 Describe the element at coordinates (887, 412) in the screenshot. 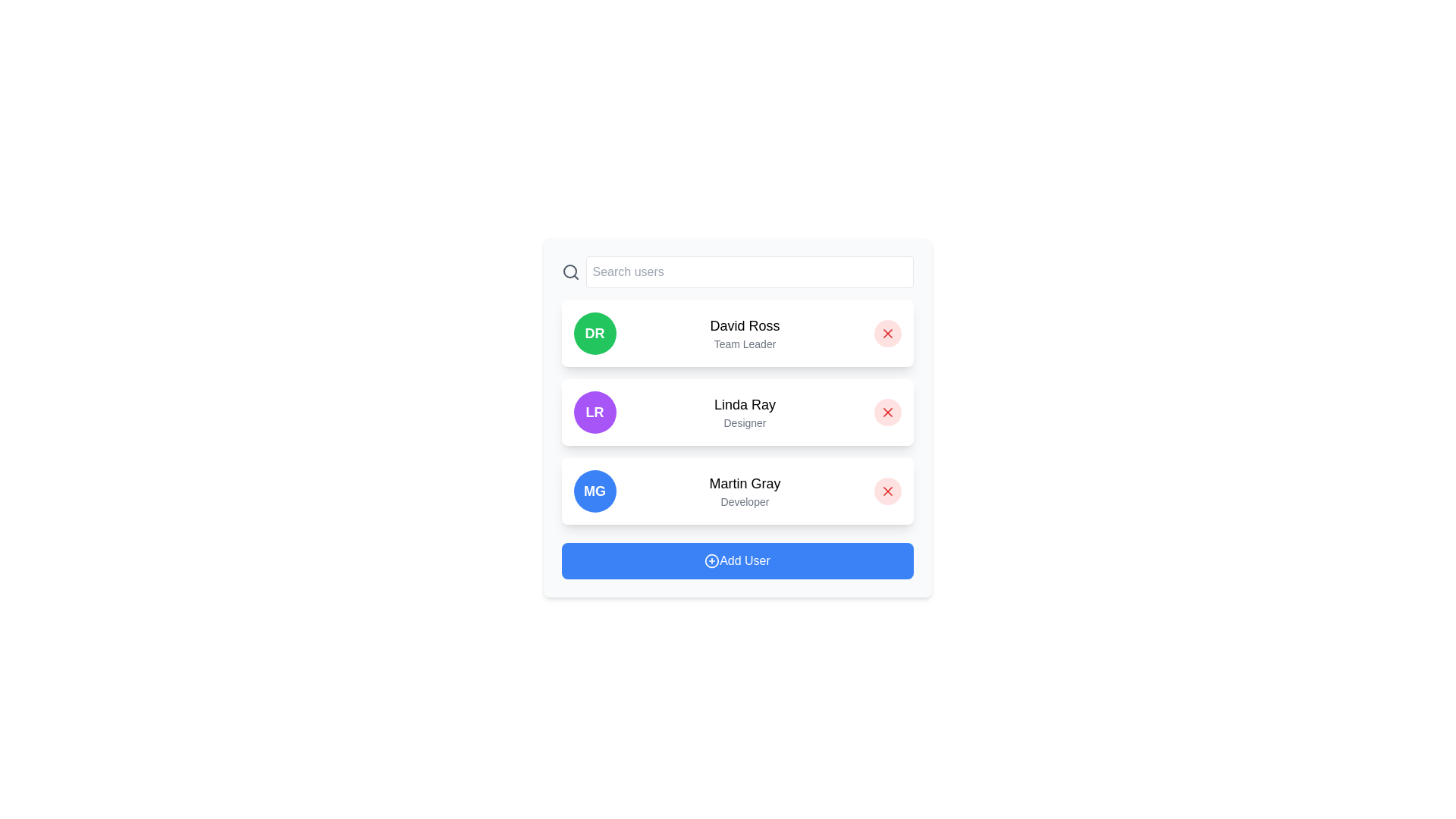

I see `the small red cross-shaped graphic indicating a closing or deletion action associated with 'Linda Ray'` at that location.